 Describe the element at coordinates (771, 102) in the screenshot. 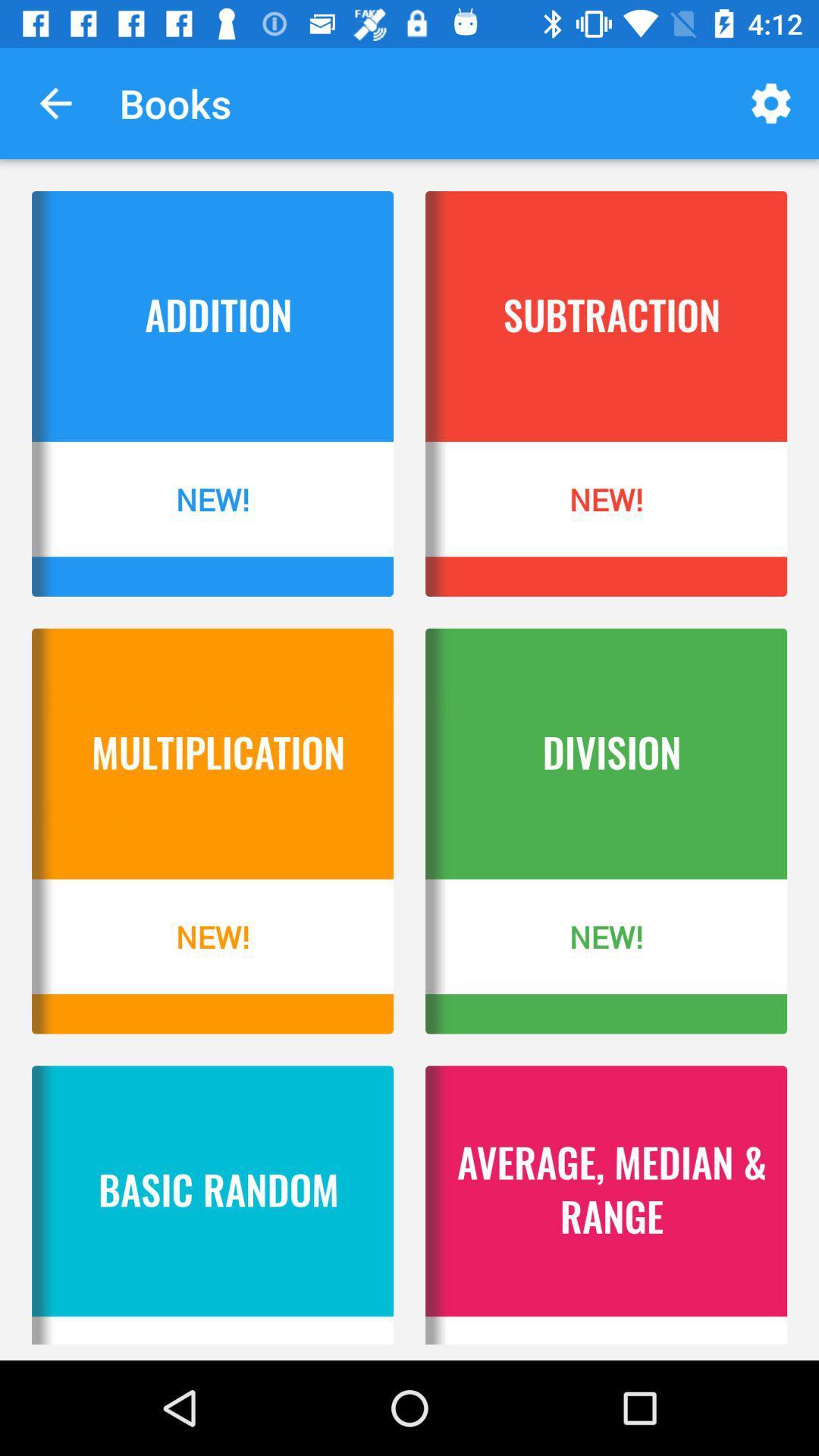

I see `icon next to books item` at that location.